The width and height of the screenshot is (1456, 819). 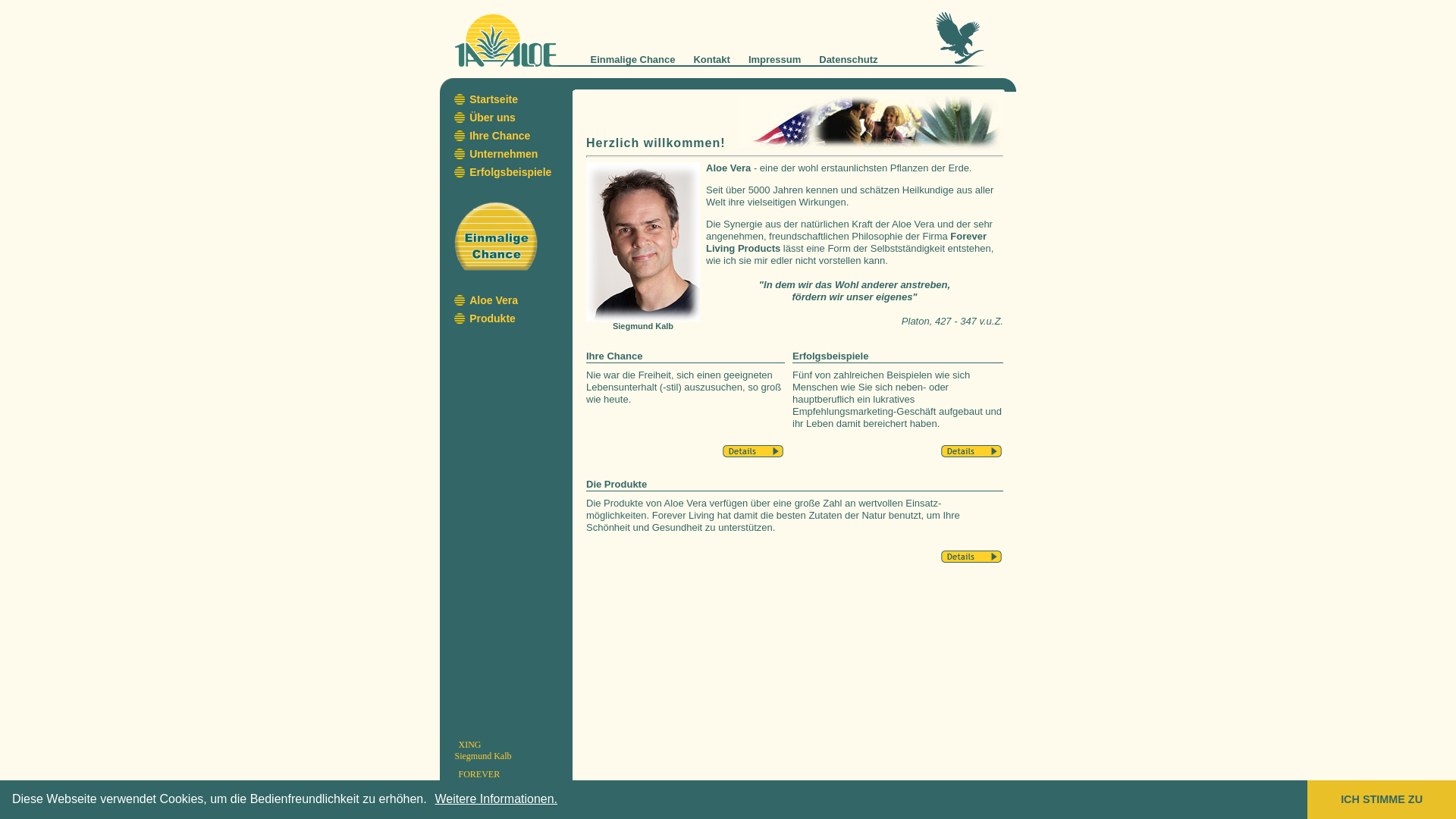 I want to click on 'Weitere Informationen.', so click(x=496, y=798).